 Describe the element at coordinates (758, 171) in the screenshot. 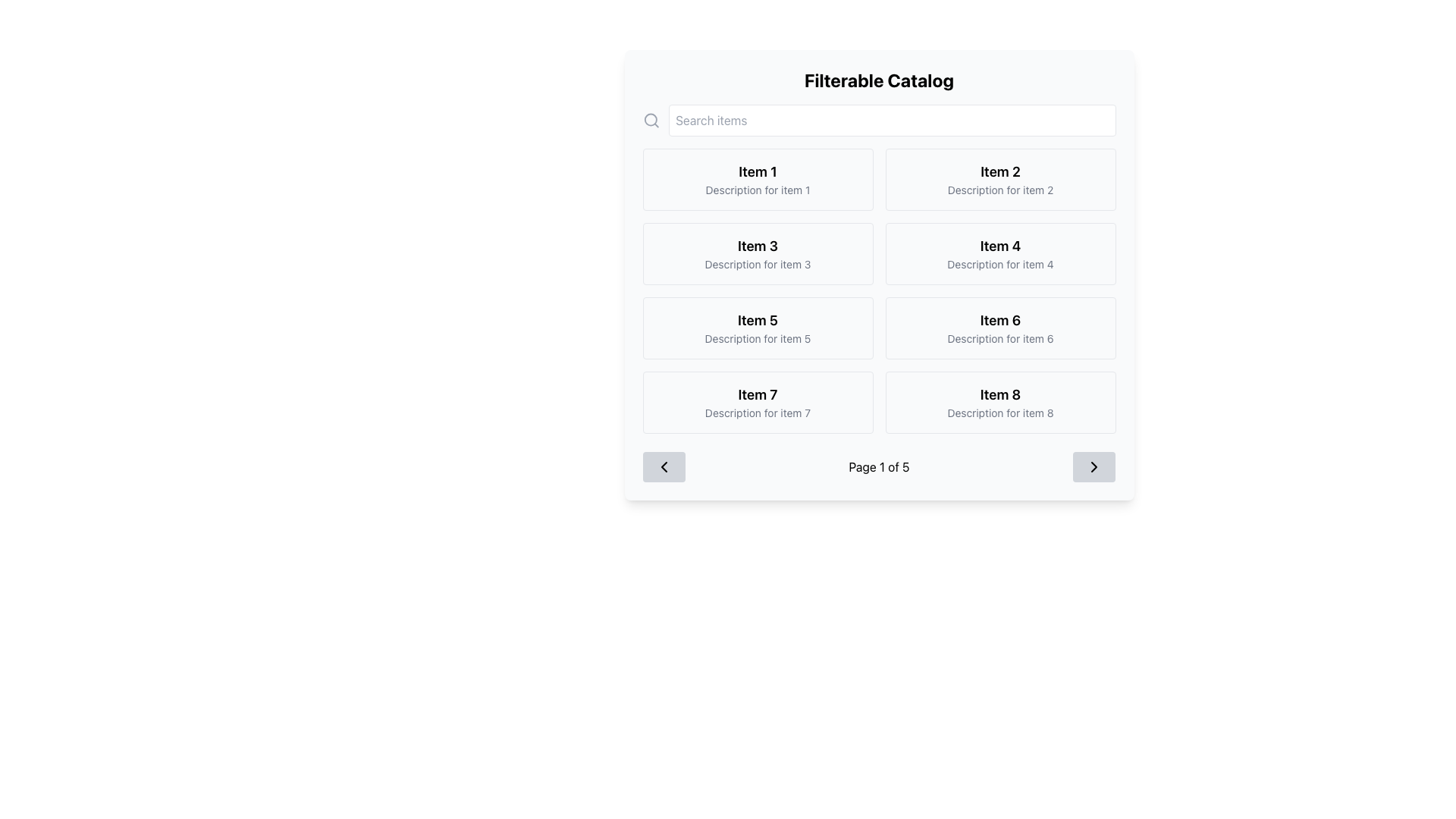

I see `the text element displaying 'Item 1' which is styled in bold and located in the top-left corner of the first item card in the catalog layout` at that location.